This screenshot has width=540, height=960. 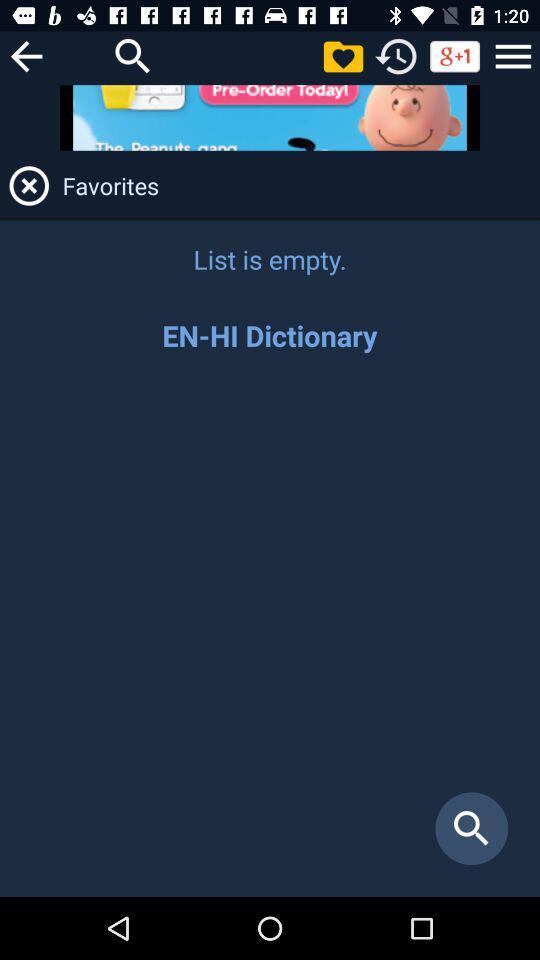 I want to click on the close icon, so click(x=28, y=185).